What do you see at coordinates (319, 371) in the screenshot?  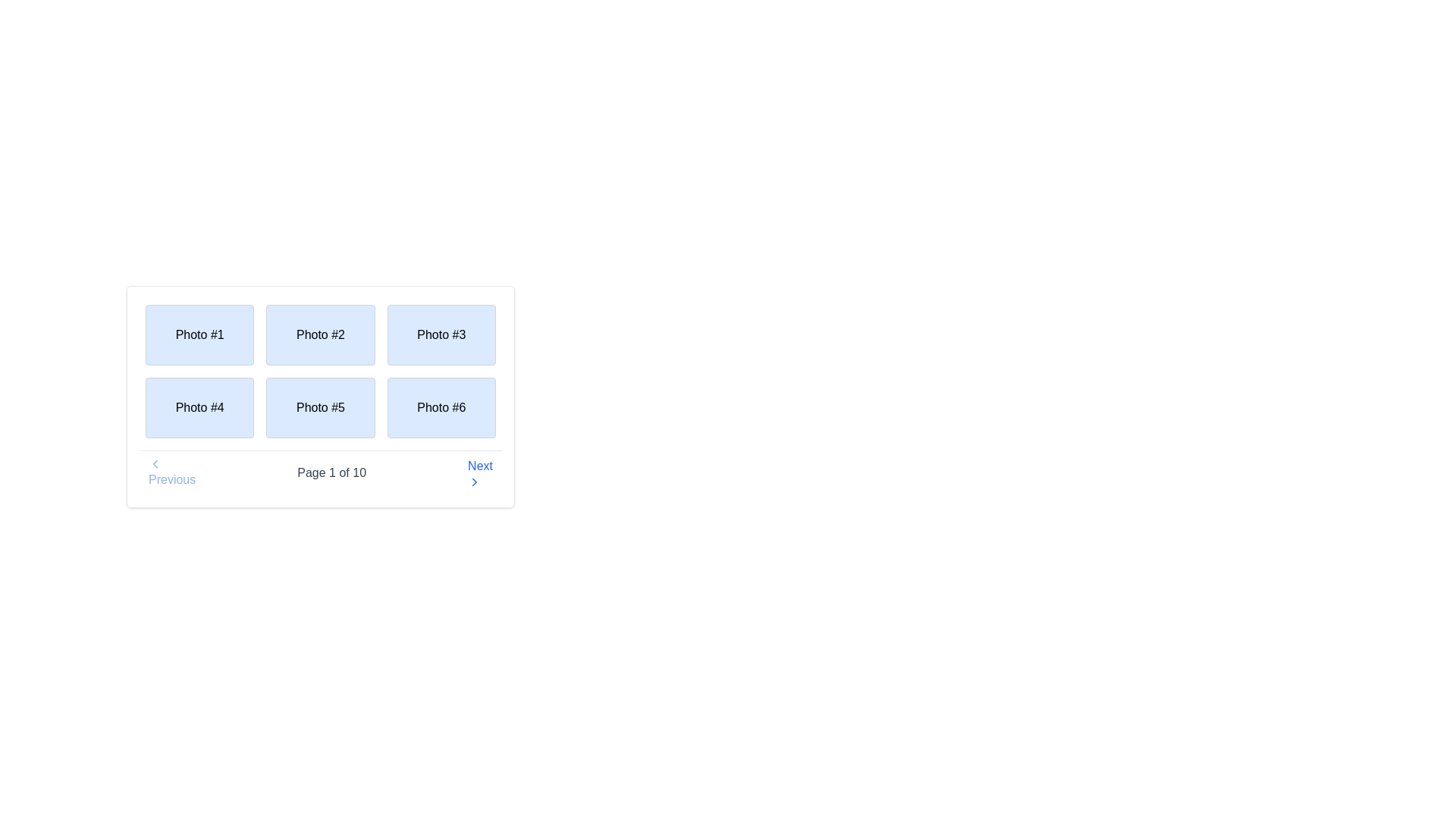 I see `individual items within the photo grid, which consists of six placeholders displayed in a grid layout, centered above the pagination section` at bounding box center [319, 371].